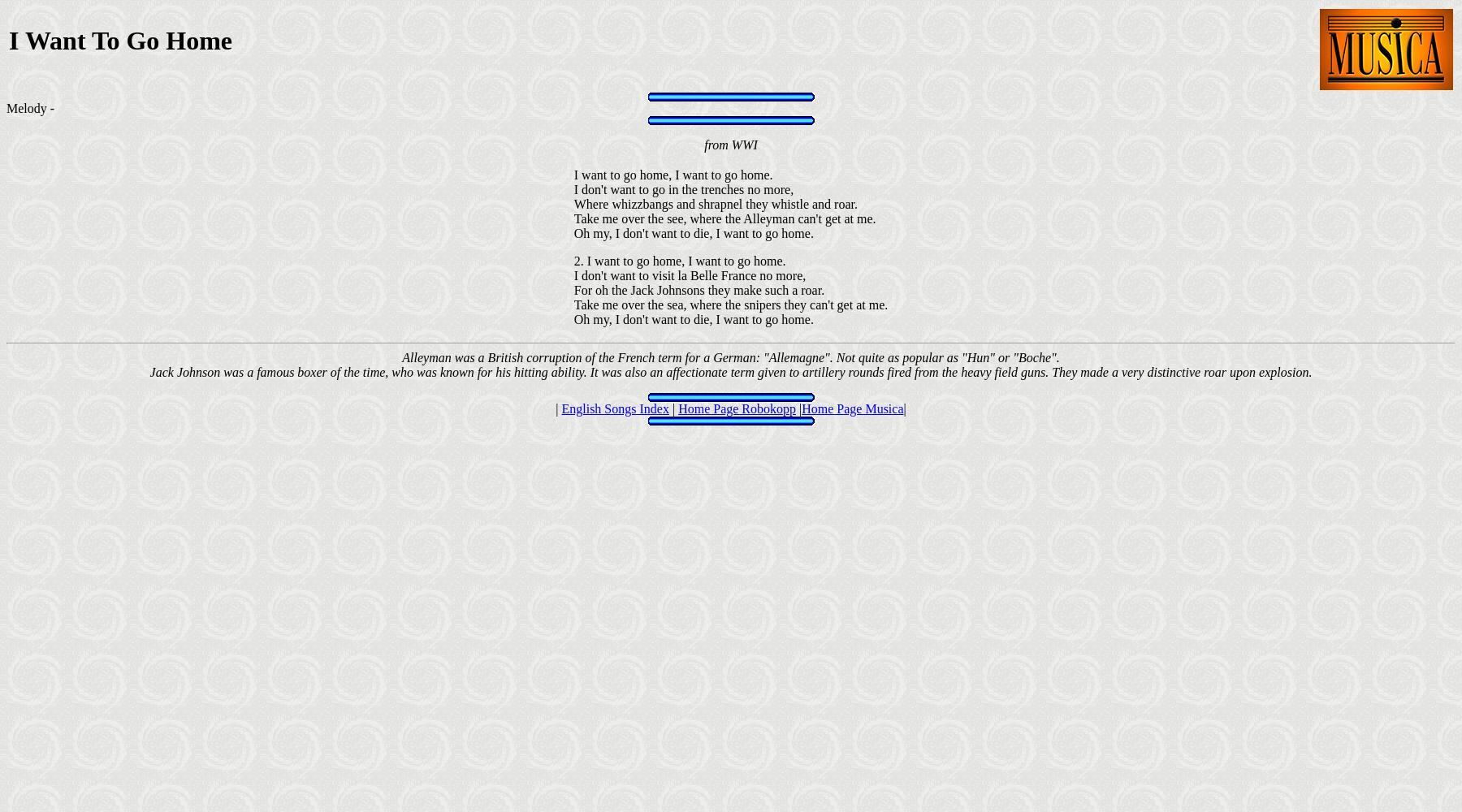 Image resolution: width=1462 pixels, height=812 pixels. I want to click on 'Take me over the sea, where the snipers they can't get at me.', so click(730, 304).